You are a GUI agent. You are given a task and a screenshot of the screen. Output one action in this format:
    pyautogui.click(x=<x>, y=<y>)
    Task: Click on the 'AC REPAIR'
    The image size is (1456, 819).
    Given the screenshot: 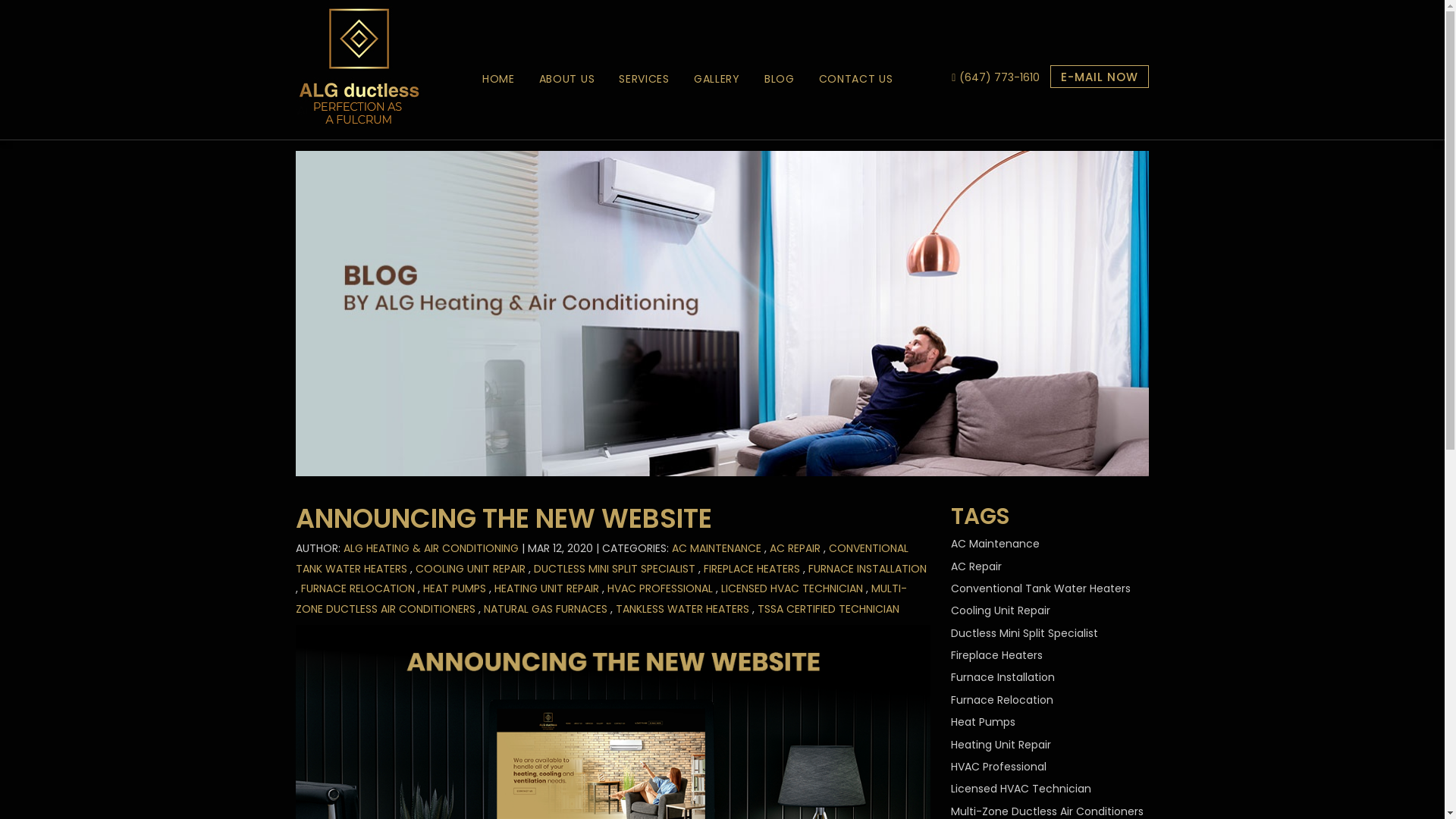 What is the action you would take?
    pyautogui.click(x=794, y=548)
    